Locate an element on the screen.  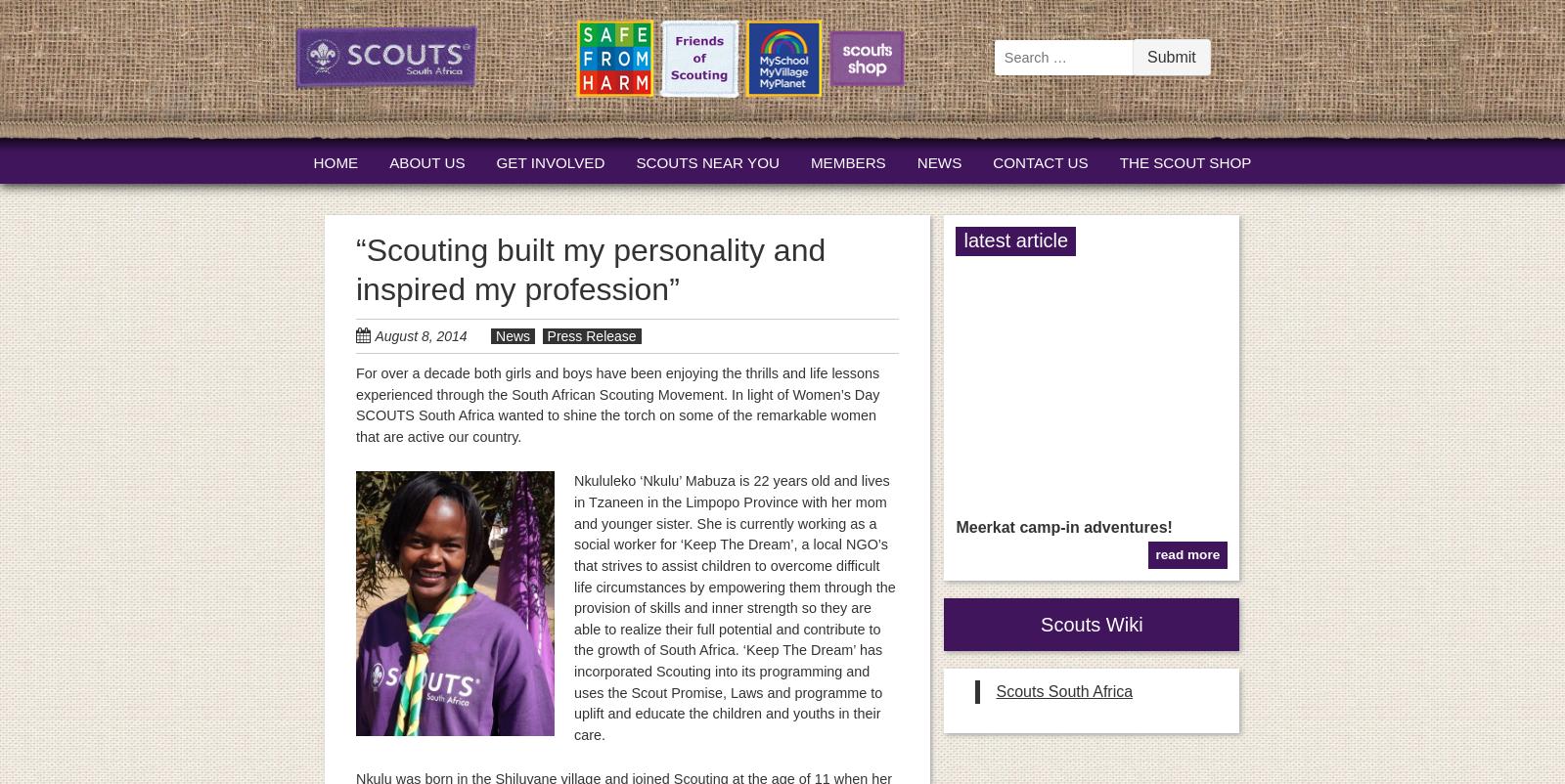
'August 8, 2014' is located at coordinates (419, 335).